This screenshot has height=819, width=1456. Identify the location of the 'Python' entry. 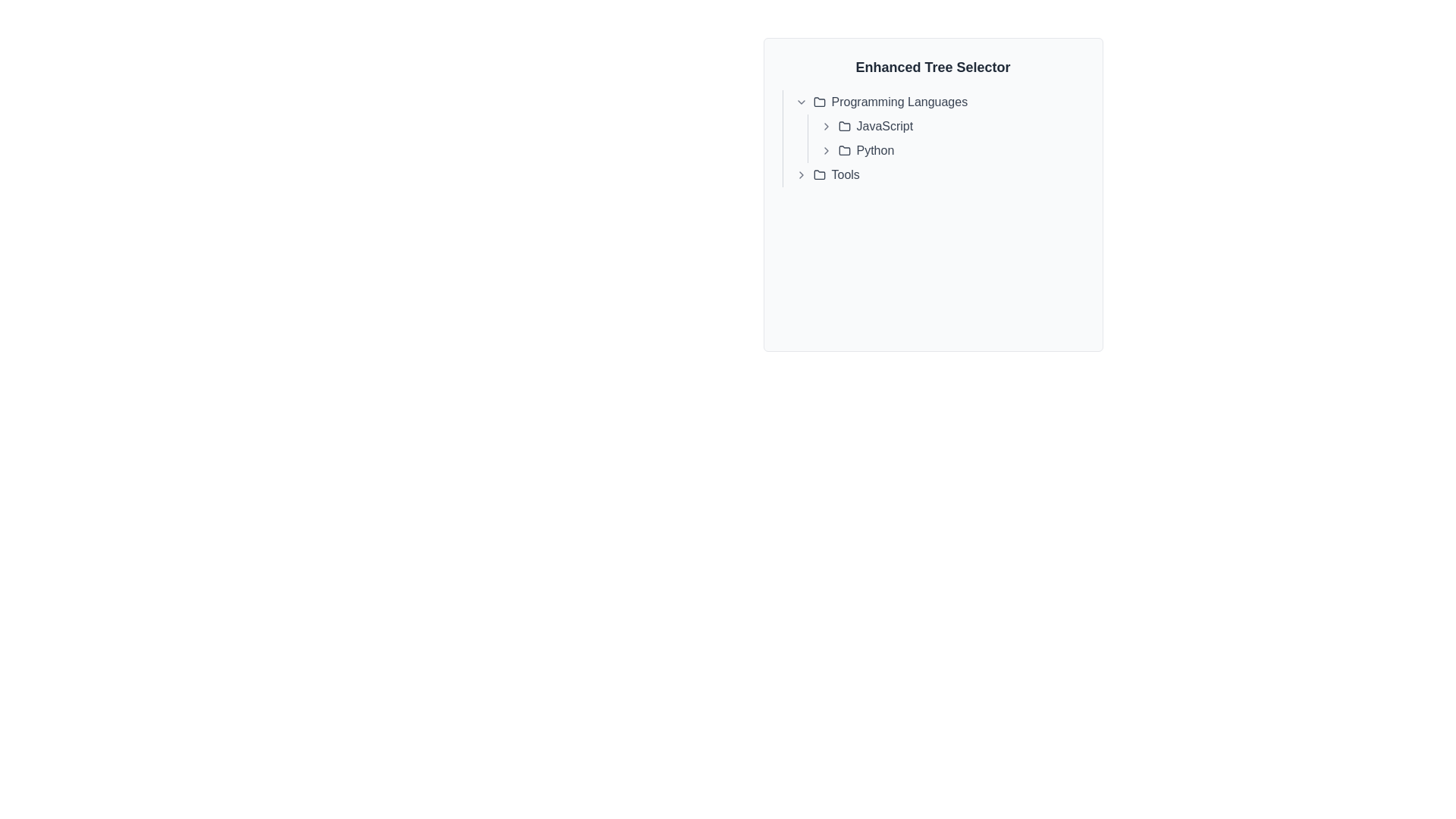
(951, 151).